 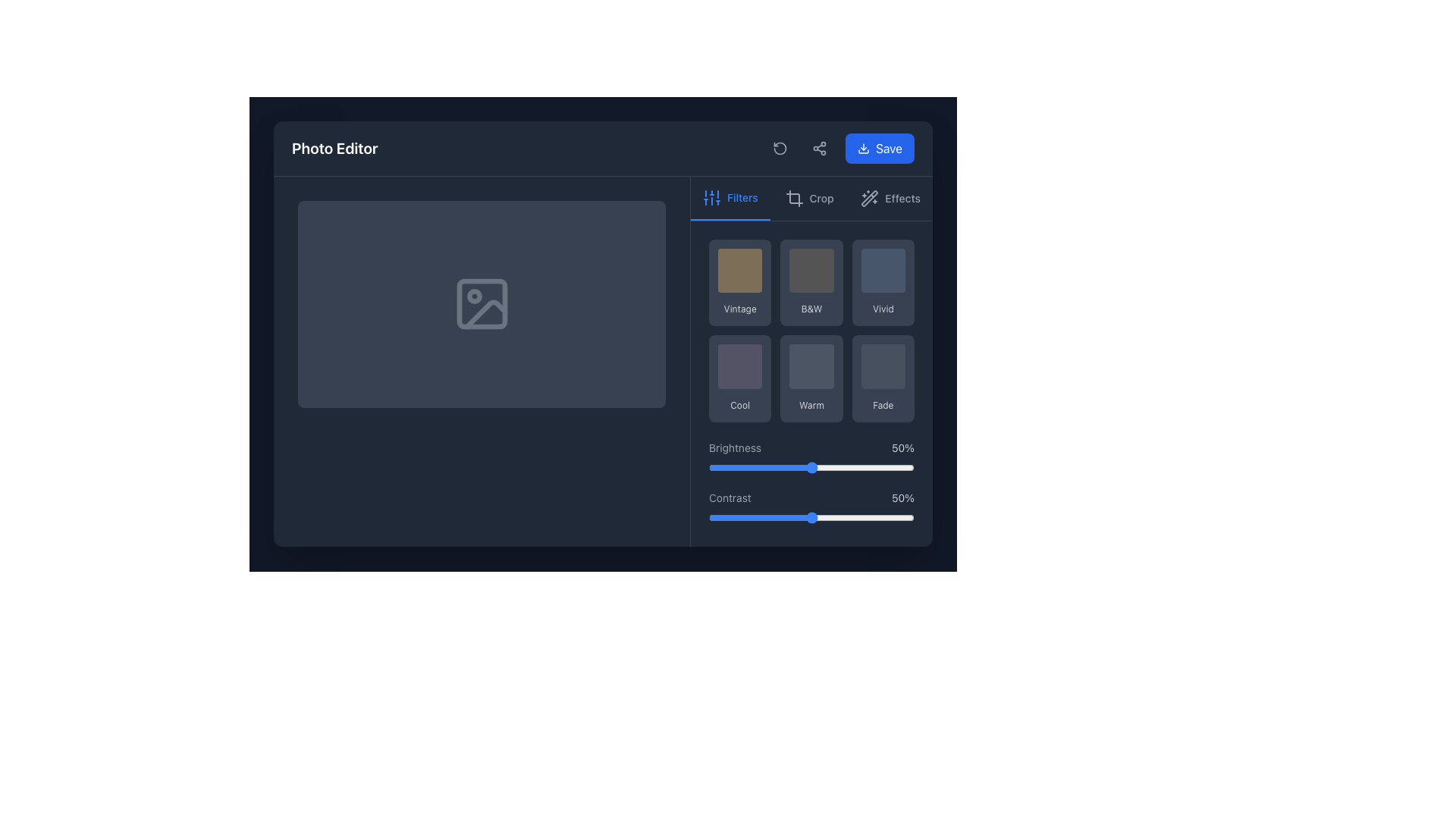 What do you see at coordinates (730, 198) in the screenshot?
I see `the 'Filters' button in the navigation toolbar` at bounding box center [730, 198].